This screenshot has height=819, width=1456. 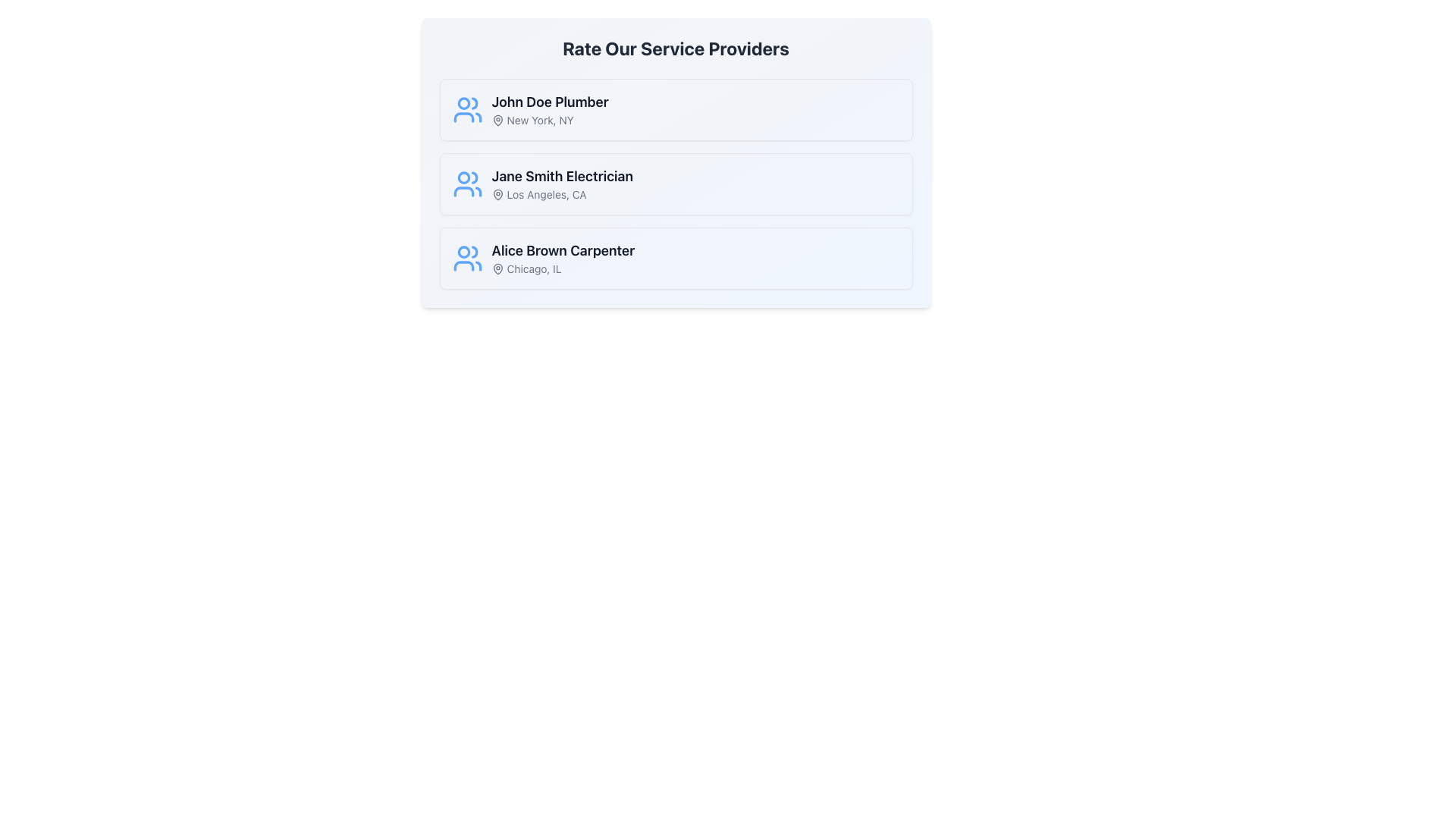 I want to click on the profile icon for 'Alice Brown Carpenter', which is positioned on the left side adjacent to the name and location text, so click(x=466, y=257).